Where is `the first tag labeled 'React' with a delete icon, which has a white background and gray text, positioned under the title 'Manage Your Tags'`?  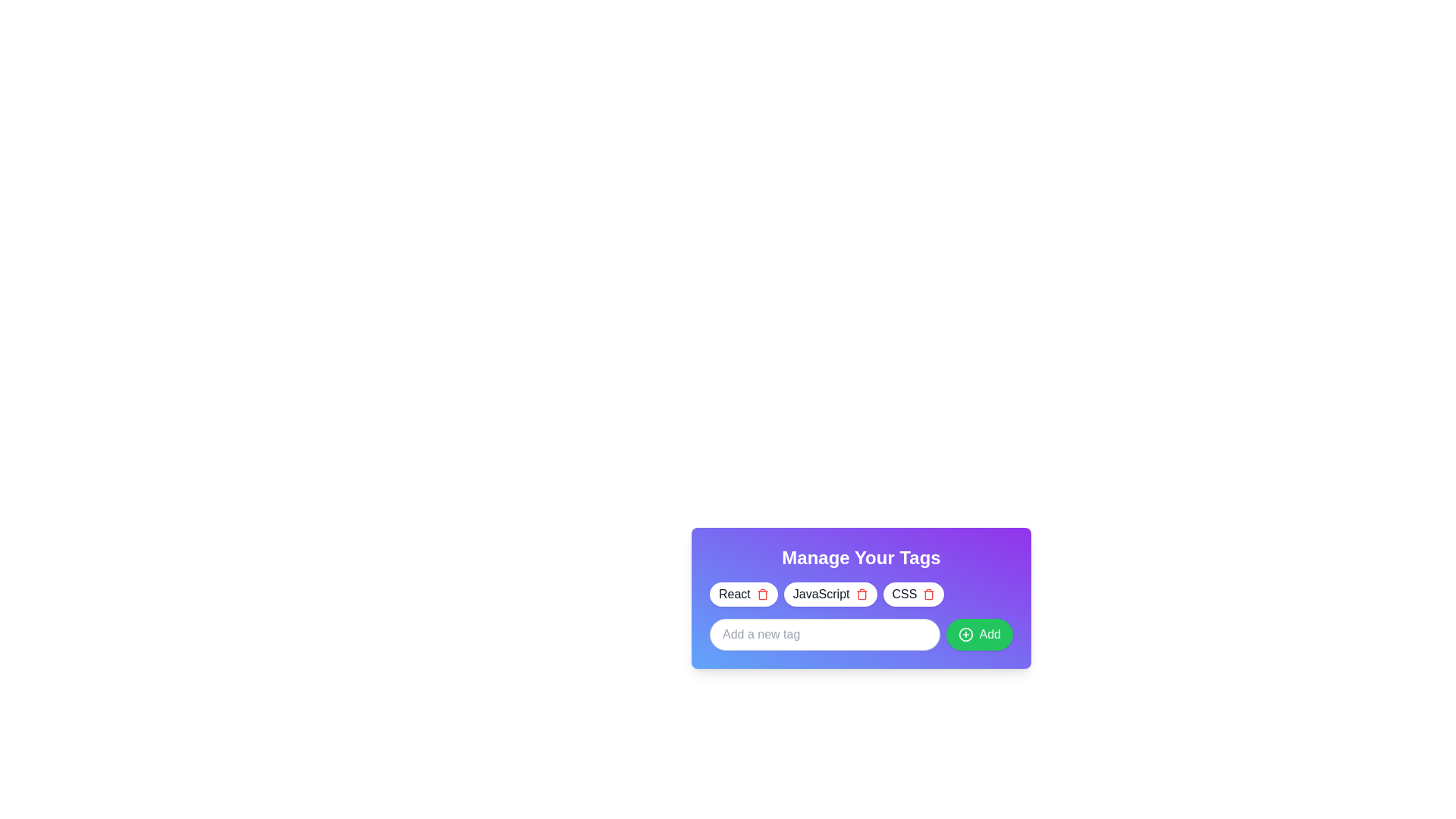 the first tag labeled 'React' with a delete icon, which has a white background and gray text, positioned under the title 'Manage Your Tags' is located at coordinates (743, 593).